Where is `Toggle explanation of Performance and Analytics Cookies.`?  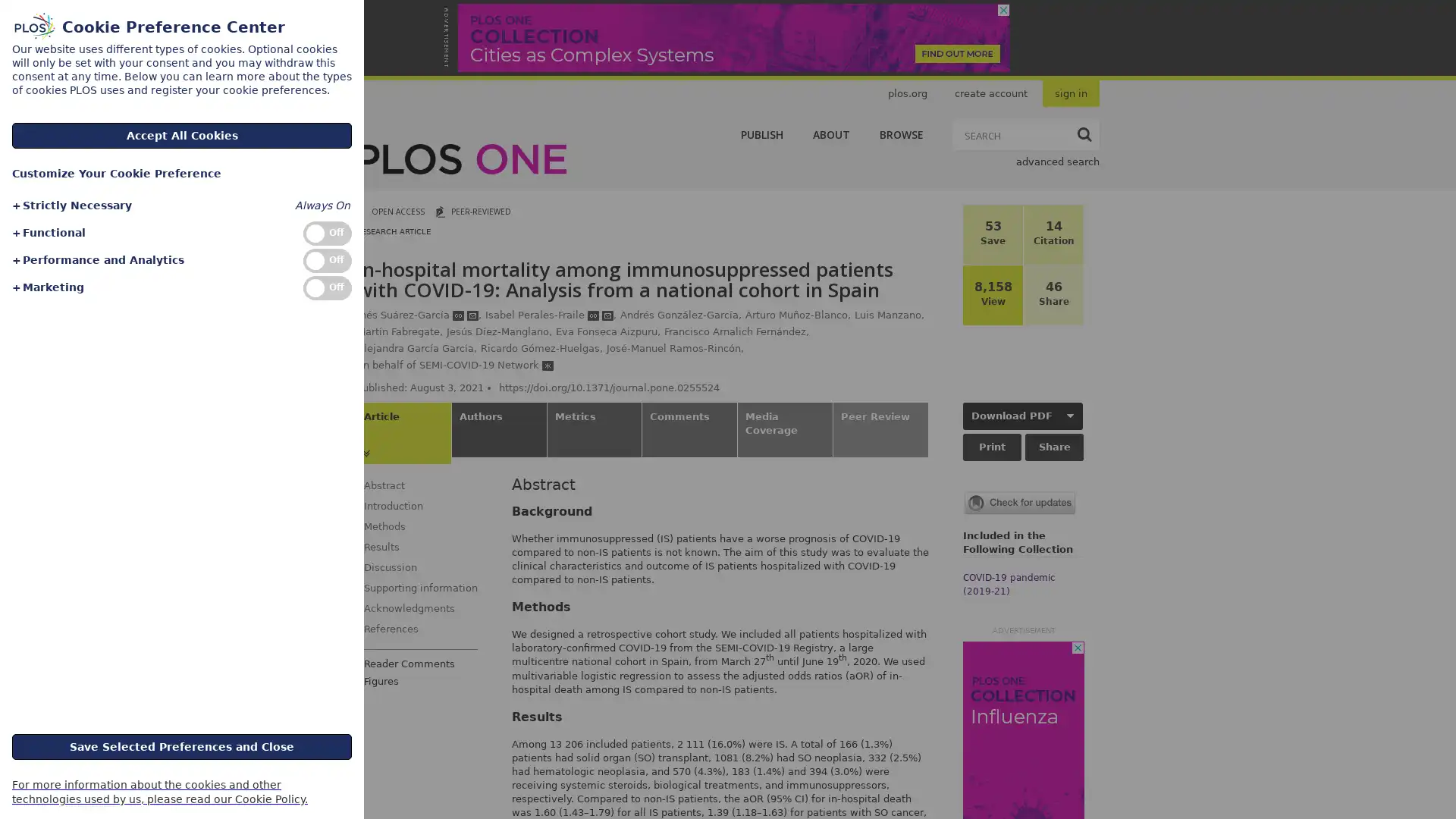
Toggle explanation of Performance and Analytics Cookies. is located at coordinates (96, 259).